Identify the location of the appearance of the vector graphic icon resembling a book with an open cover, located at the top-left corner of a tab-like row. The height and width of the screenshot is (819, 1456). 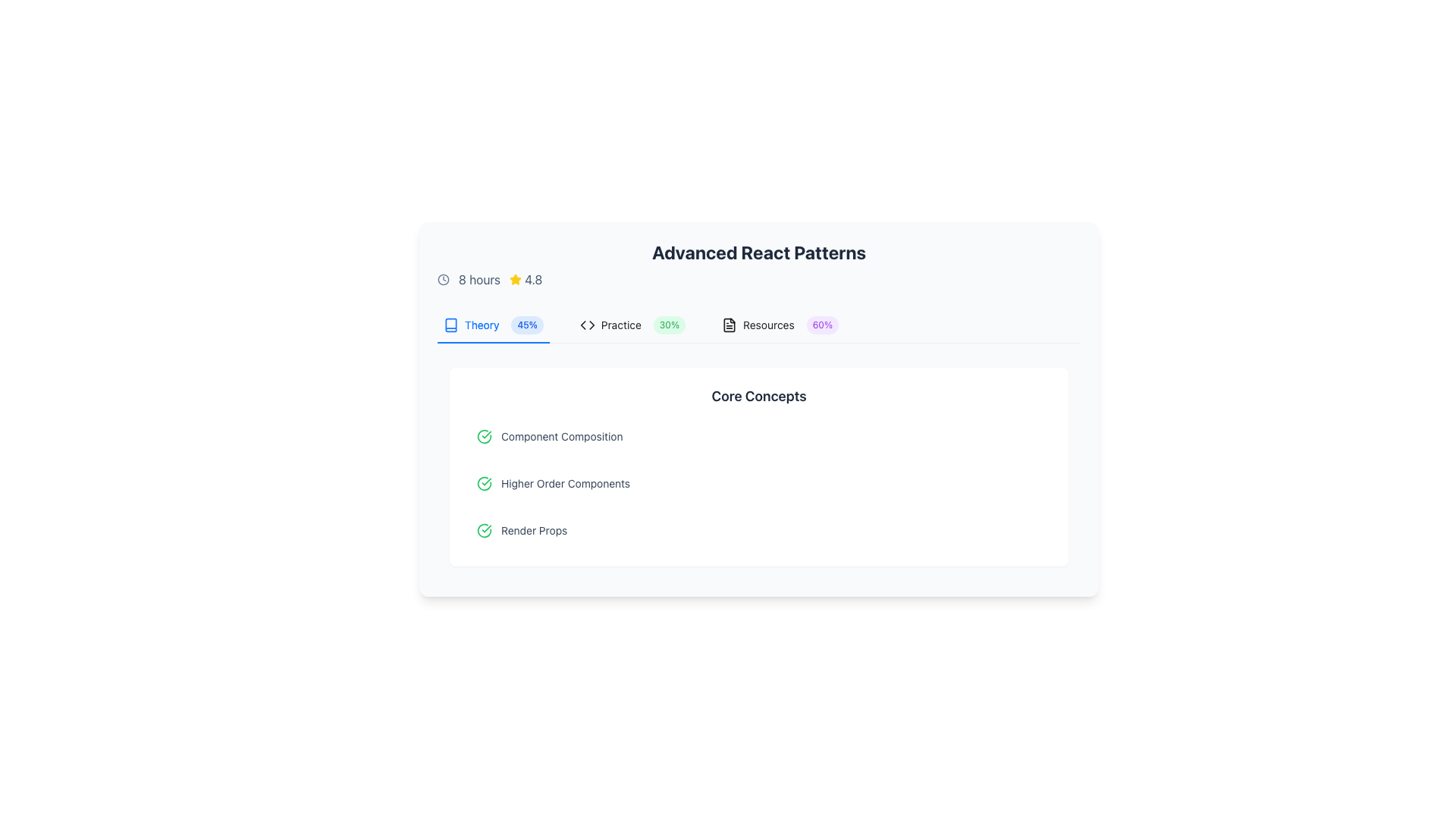
(450, 324).